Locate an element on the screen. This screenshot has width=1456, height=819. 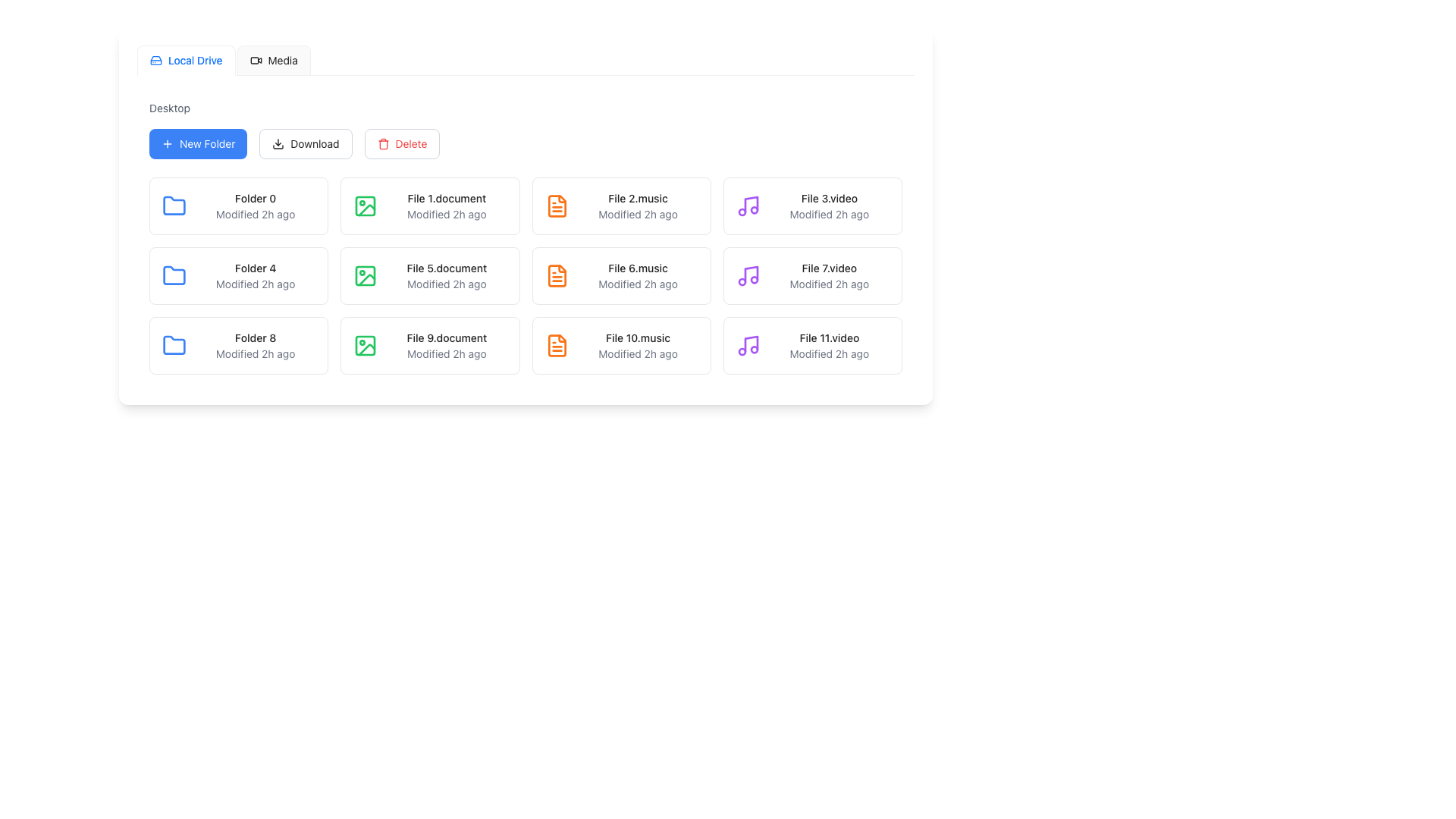
the file entry list item displaying the filename and modification time is located at coordinates (811, 345).